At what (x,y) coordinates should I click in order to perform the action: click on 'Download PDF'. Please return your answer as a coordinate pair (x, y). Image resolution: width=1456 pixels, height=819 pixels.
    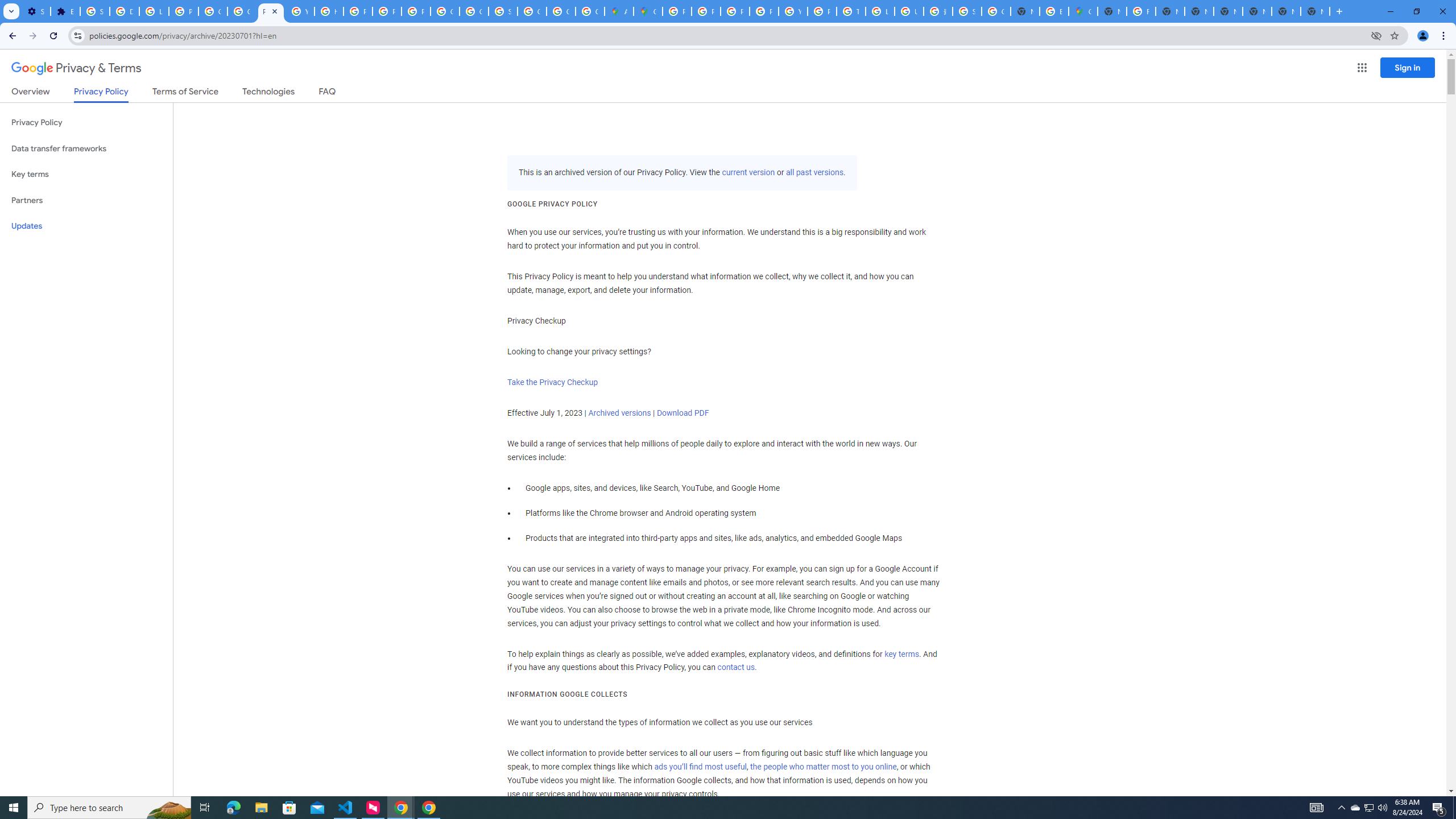
    Looking at the image, I should click on (682, 412).